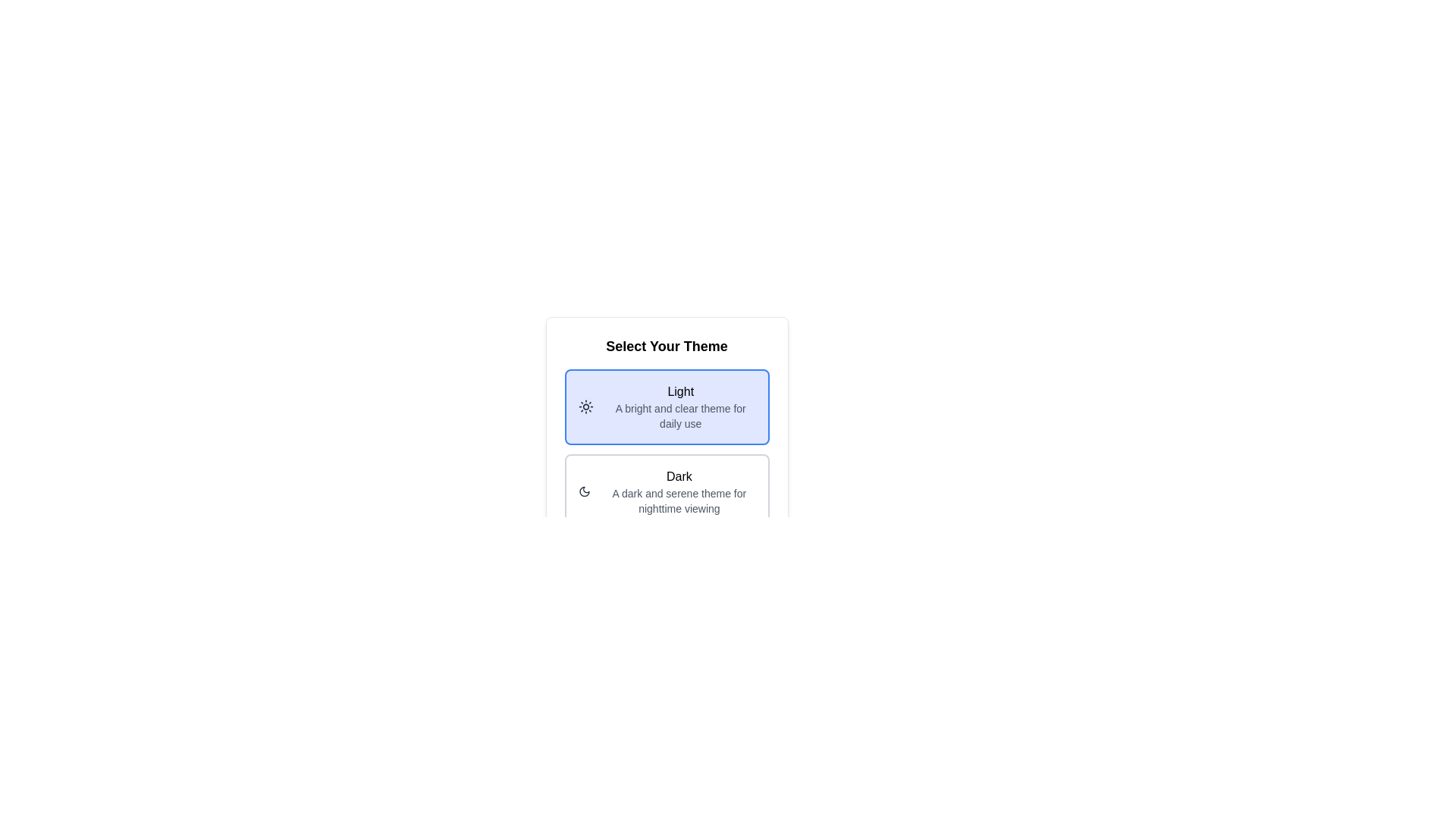 The width and height of the screenshot is (1456, 819). I want to click on displayed text of the Text display component titled 'Dark', which contains the description 'A dark and serene theme for nighttime viewing', so click(678, 491).